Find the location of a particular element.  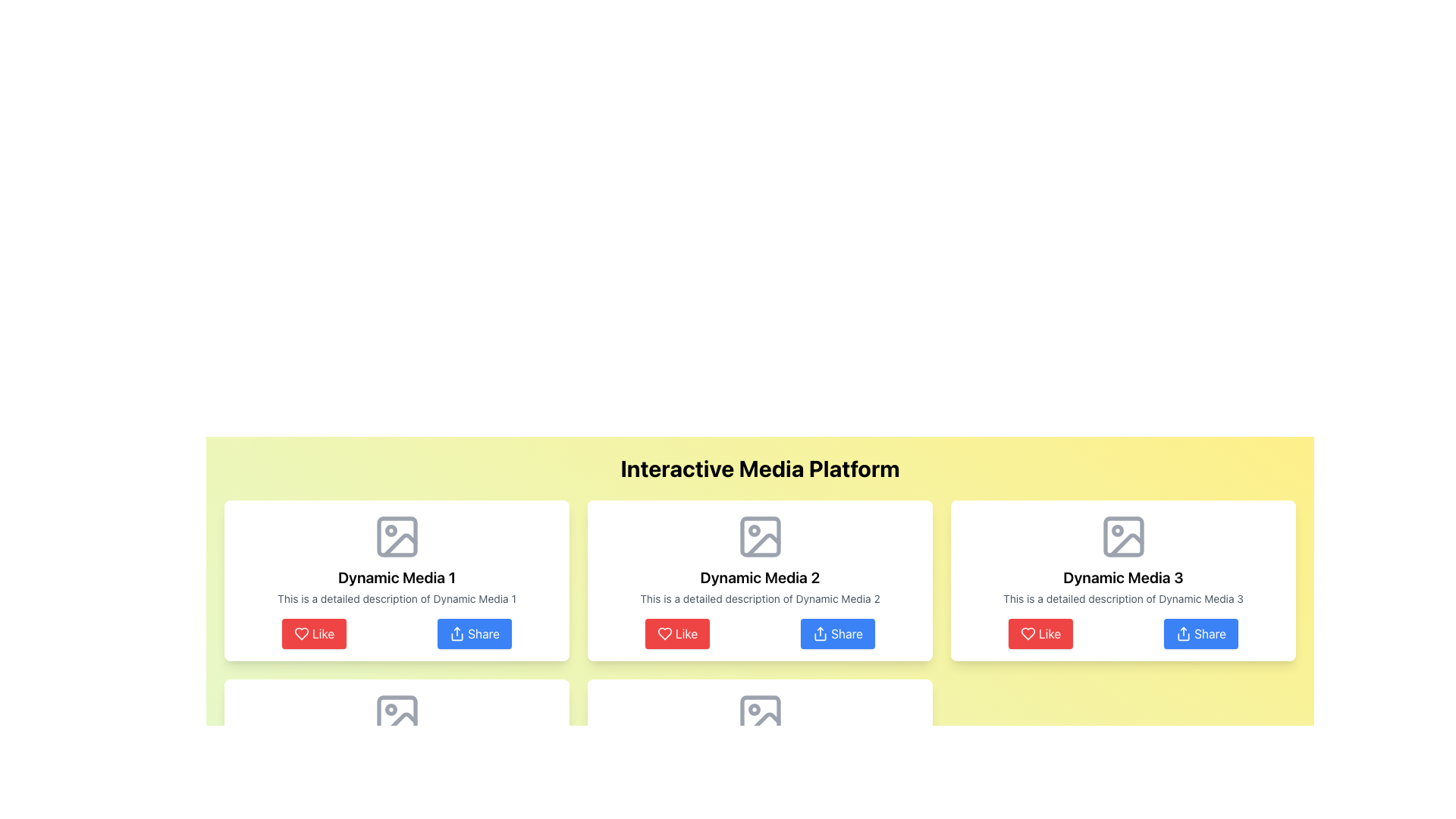

the small square component with rounded corners located in the center of the visual icon representing the image in the 'Dynamic Media 3' card is located at coordinates (1123, 536).